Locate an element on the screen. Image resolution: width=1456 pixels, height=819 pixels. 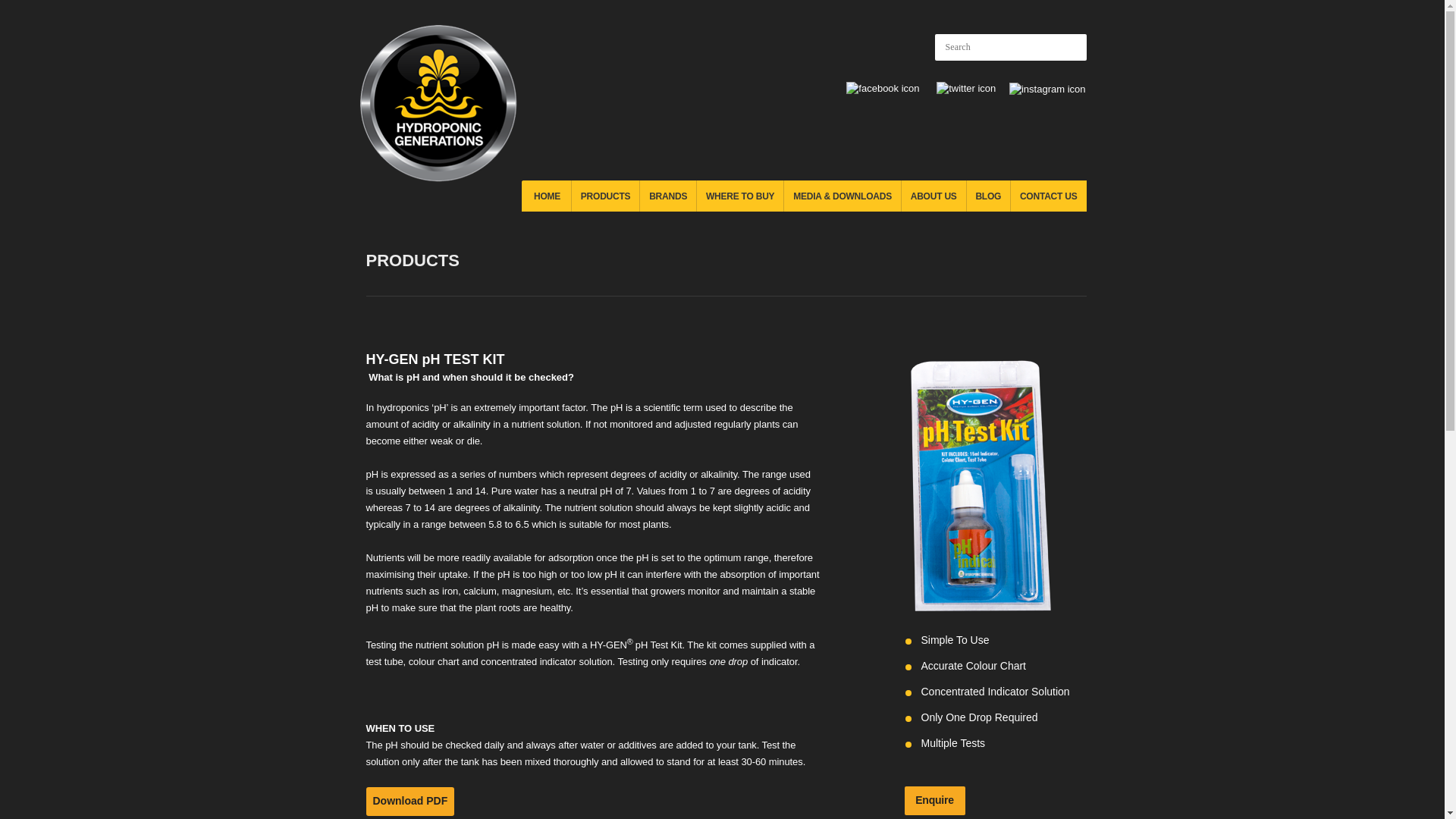
'BLOG' is located at coordinates (989, 195).